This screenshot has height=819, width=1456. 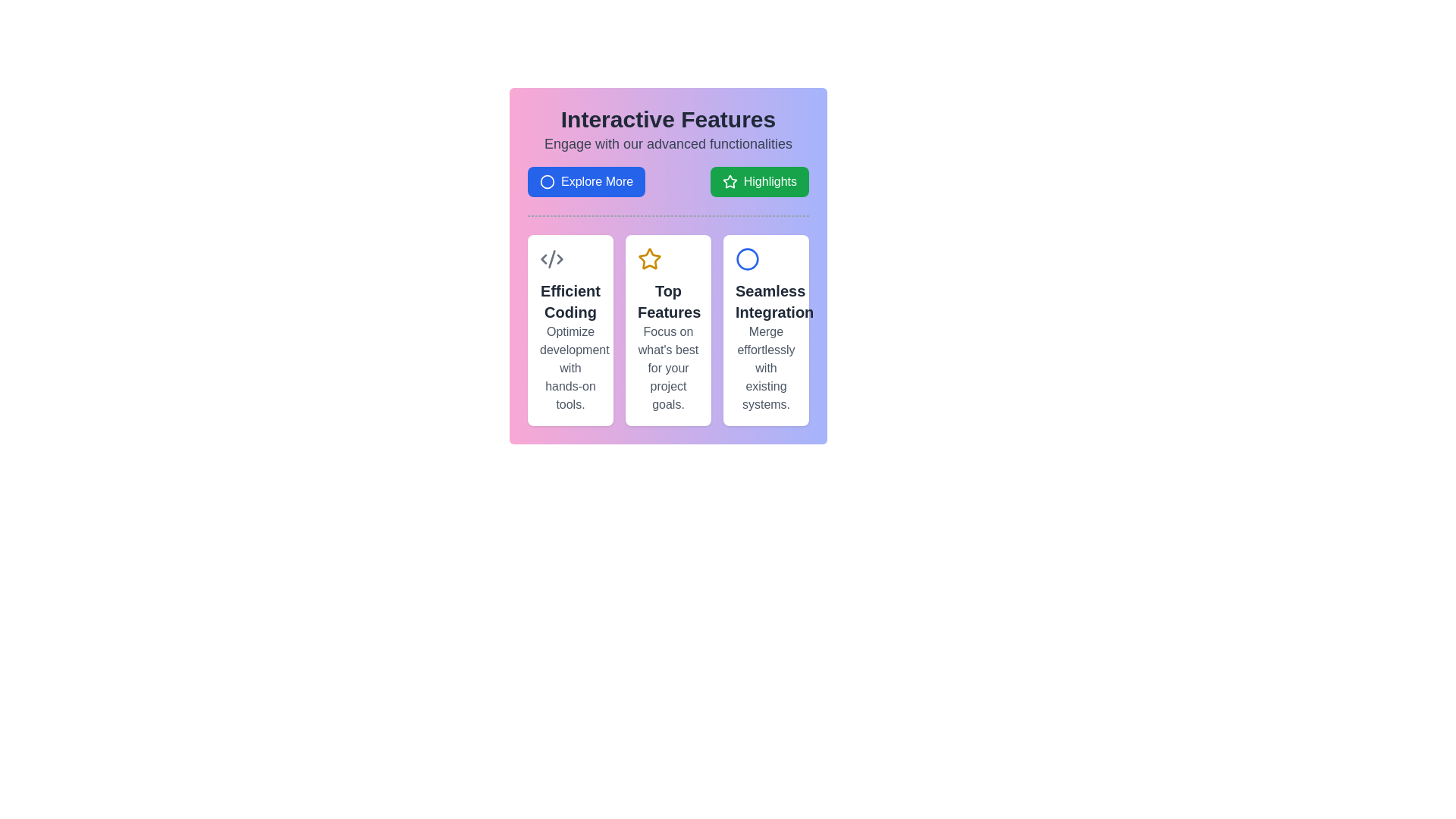 What do you see at coordinates (551, 259) in the screenshot?
I see `the code tag icon '<>' styled with a rounded design, located at the top left corner inside the white card labeled 'Efficient Coding'` at bounding box center [551, 259].